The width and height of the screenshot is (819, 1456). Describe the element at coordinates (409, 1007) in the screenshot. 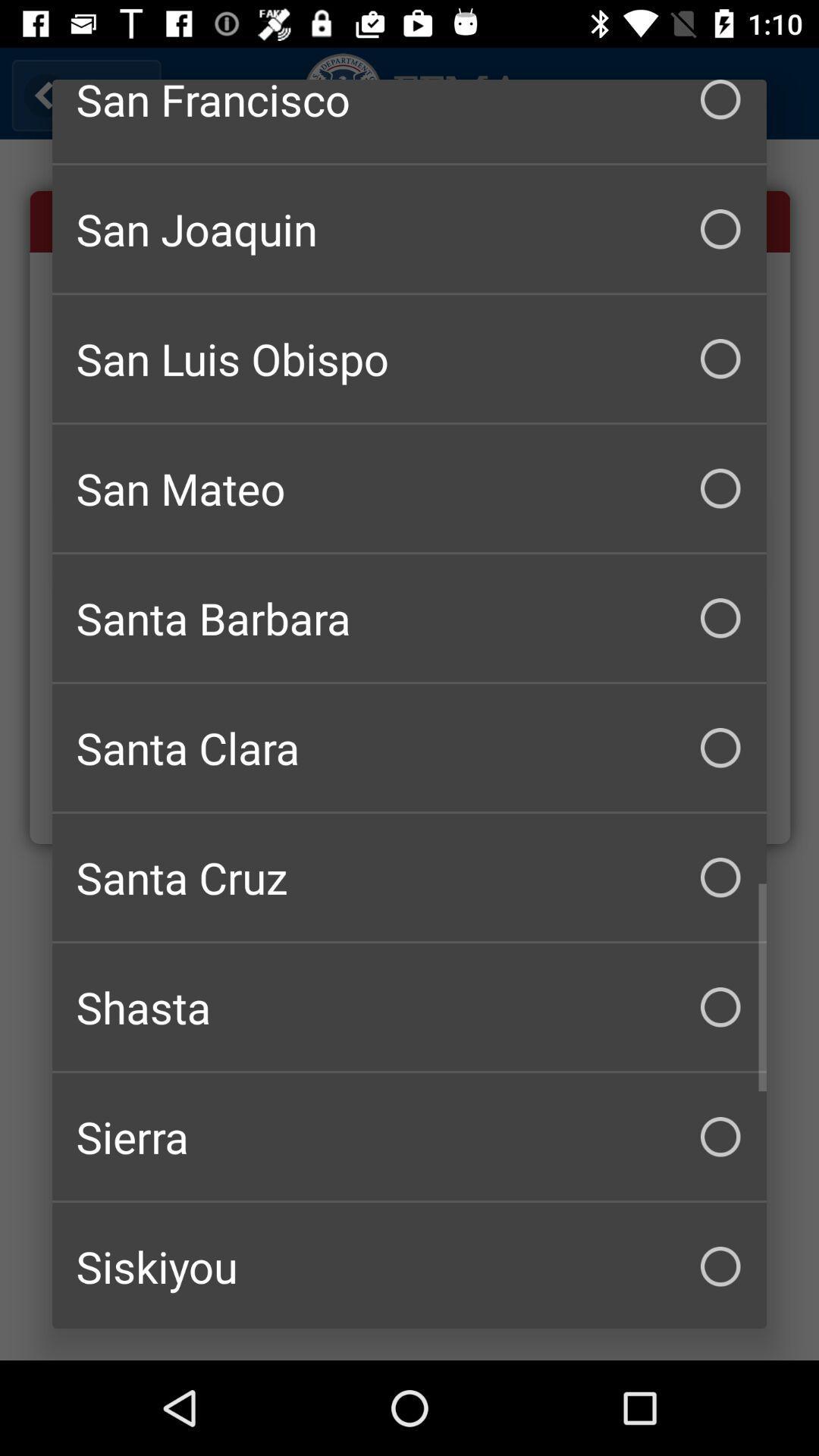

I see `the item above sierra` at that location.